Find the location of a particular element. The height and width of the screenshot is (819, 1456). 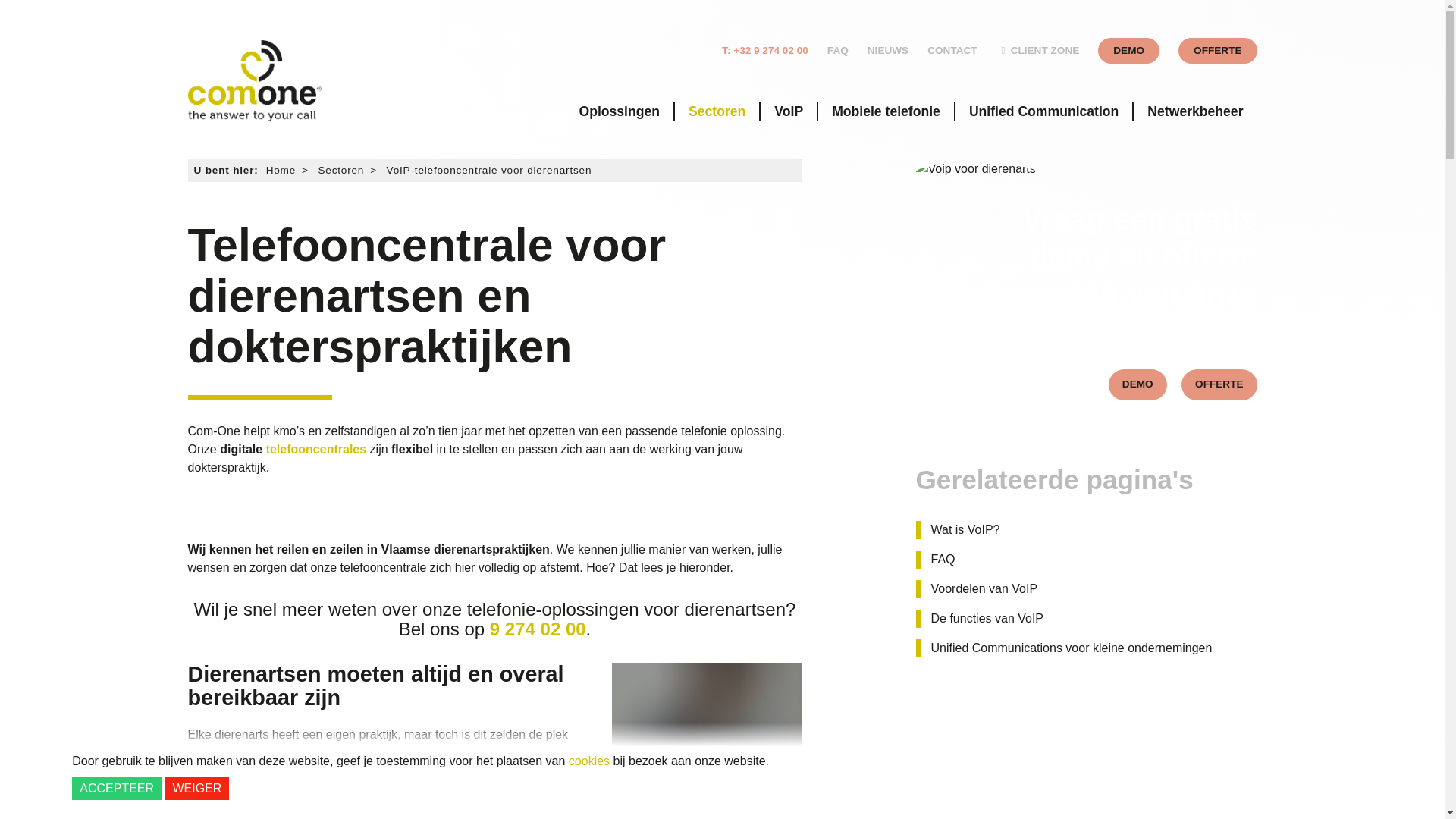

'OFFERTE' is located at coordinates (1217, 49).